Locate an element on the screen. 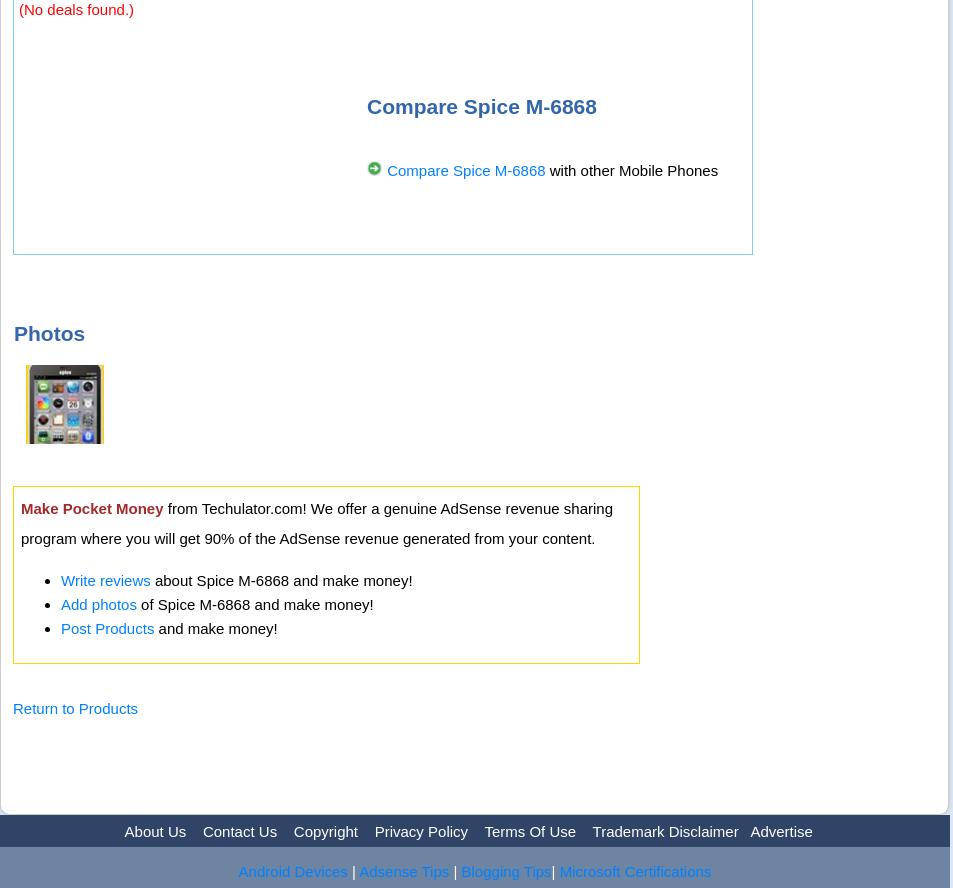 The height and width of the screenshot is (888, 953). 'Adsense Tips' is located at coordinates (402, 869).